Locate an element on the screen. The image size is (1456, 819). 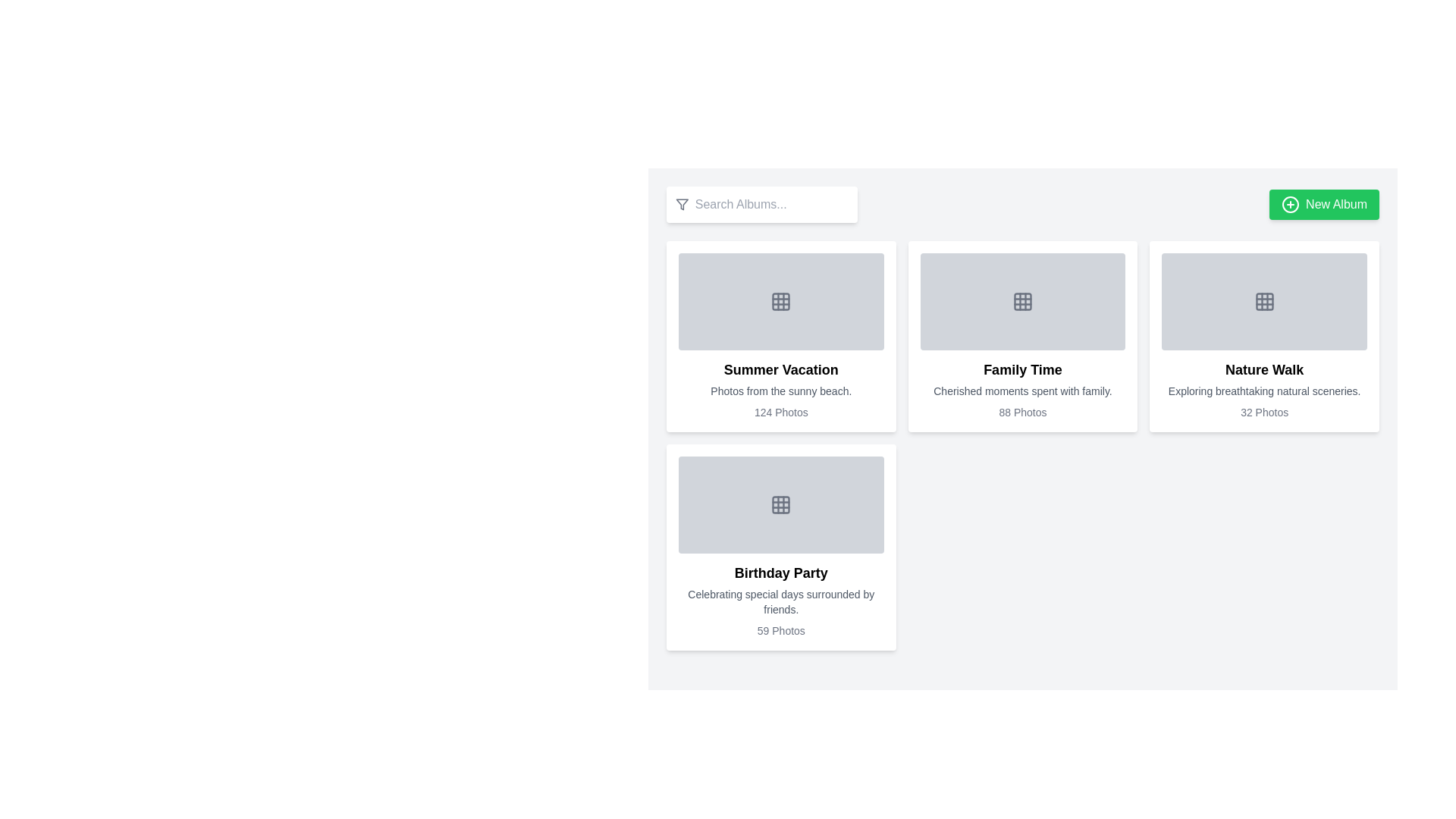
the Text label that provides information about the number of photos in the 'Birthday Party' album, located beneath the sentence 'Celebrating special days surrounded by friends.' is located at coordinates (781, 631).